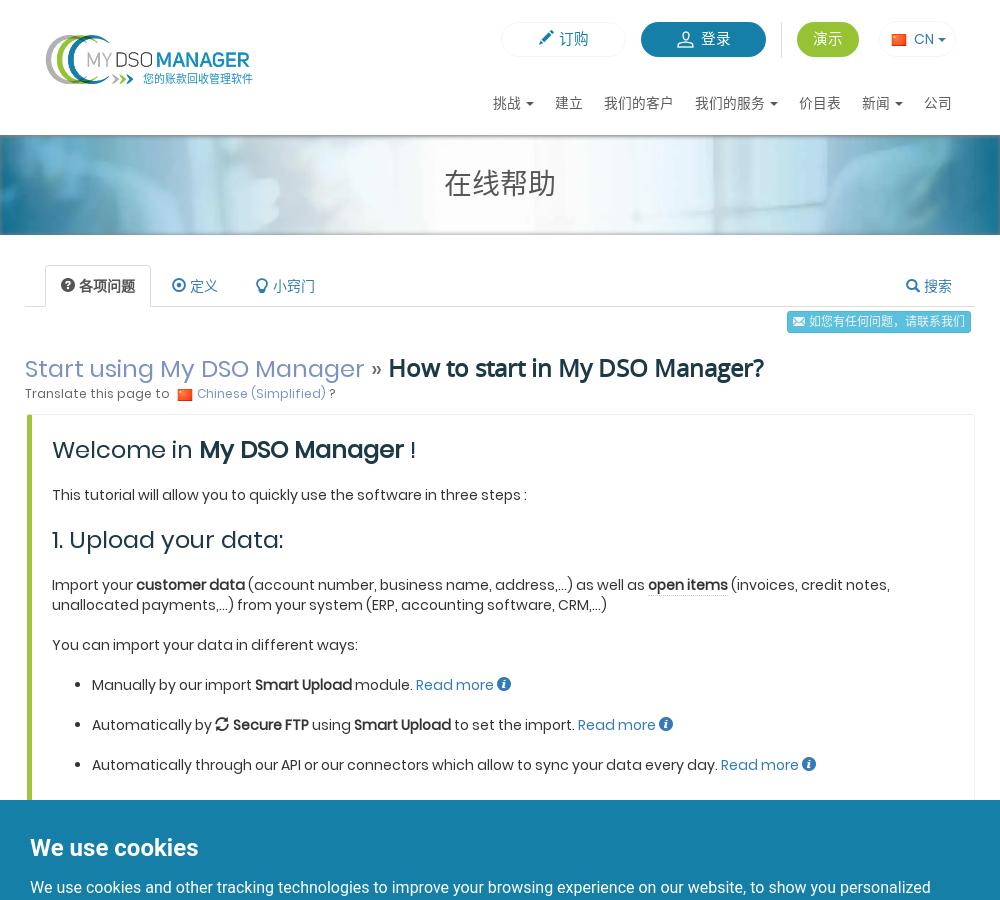 Image resolution: width=1000 pixels, height=900 pixels. Describe the element at coordinates (153, 724) in the screenshot. I see `'Automatically by'` at that location.